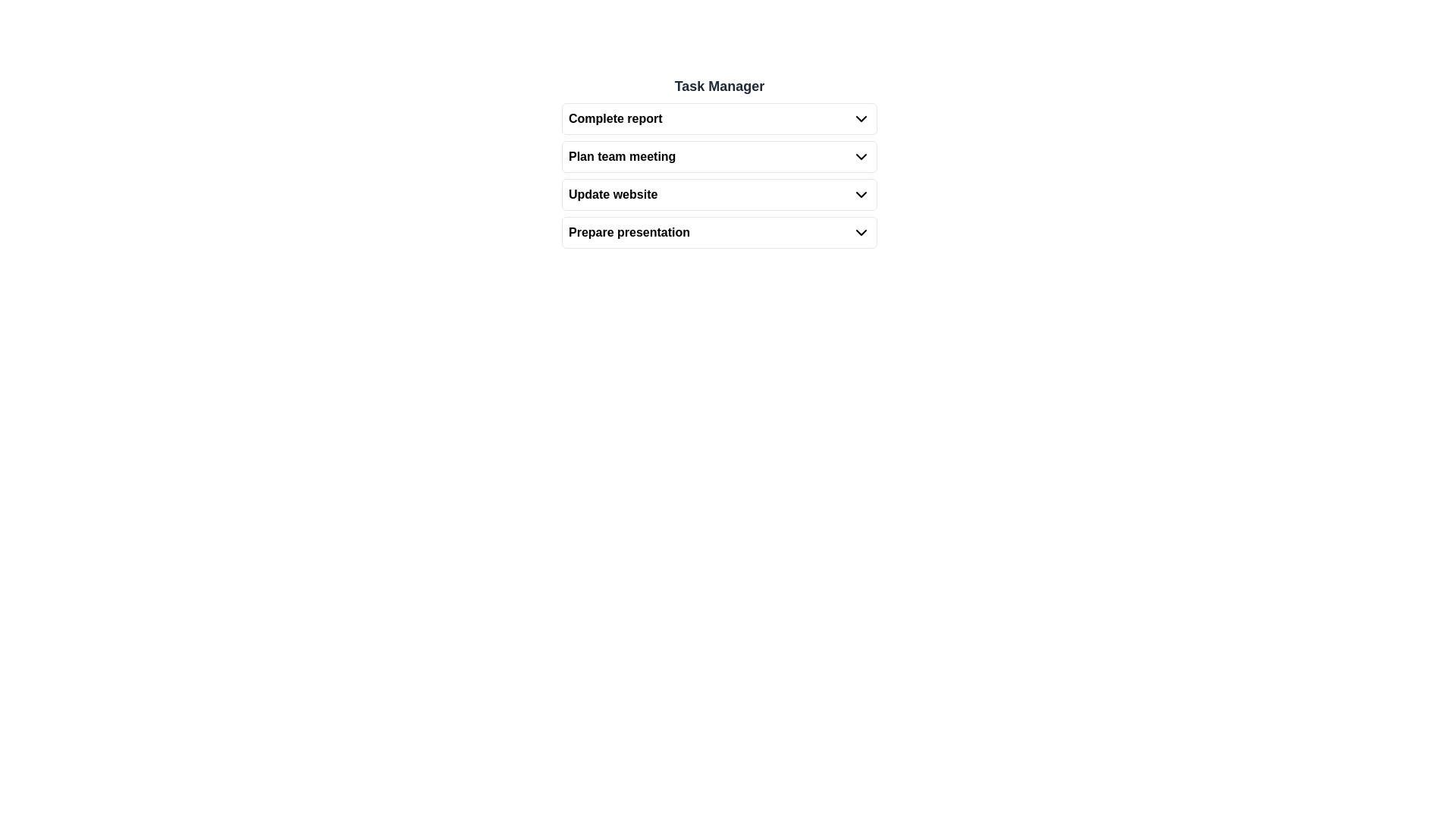  Describe the element at coordinates (719, 194) in the screenshot. I see `the third task entry in the task manager interface, which is the 'Update website' task` at that location.